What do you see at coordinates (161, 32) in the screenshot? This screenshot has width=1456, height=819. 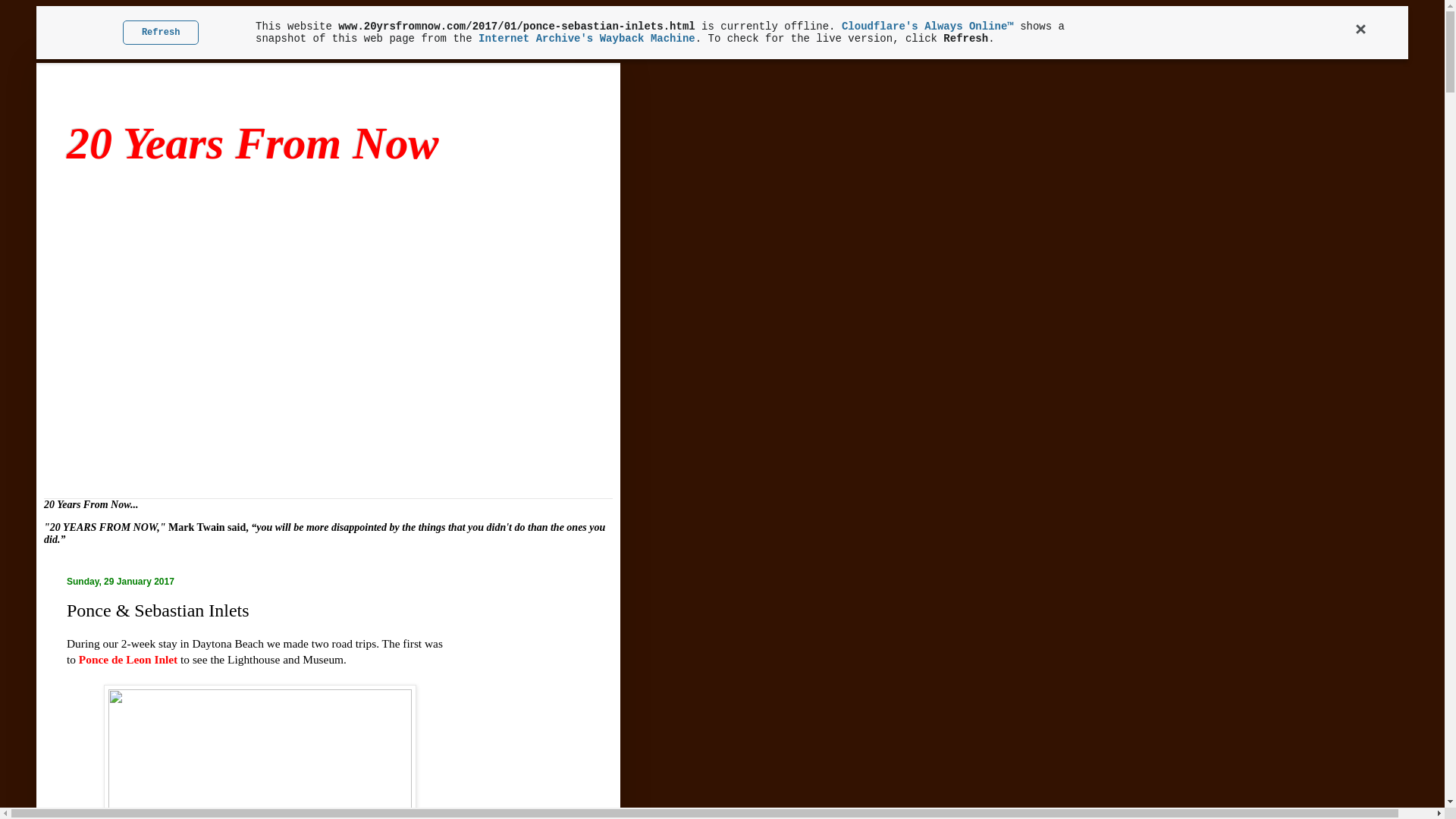 I see `'Refresh'` at bounding box center [161, 32].